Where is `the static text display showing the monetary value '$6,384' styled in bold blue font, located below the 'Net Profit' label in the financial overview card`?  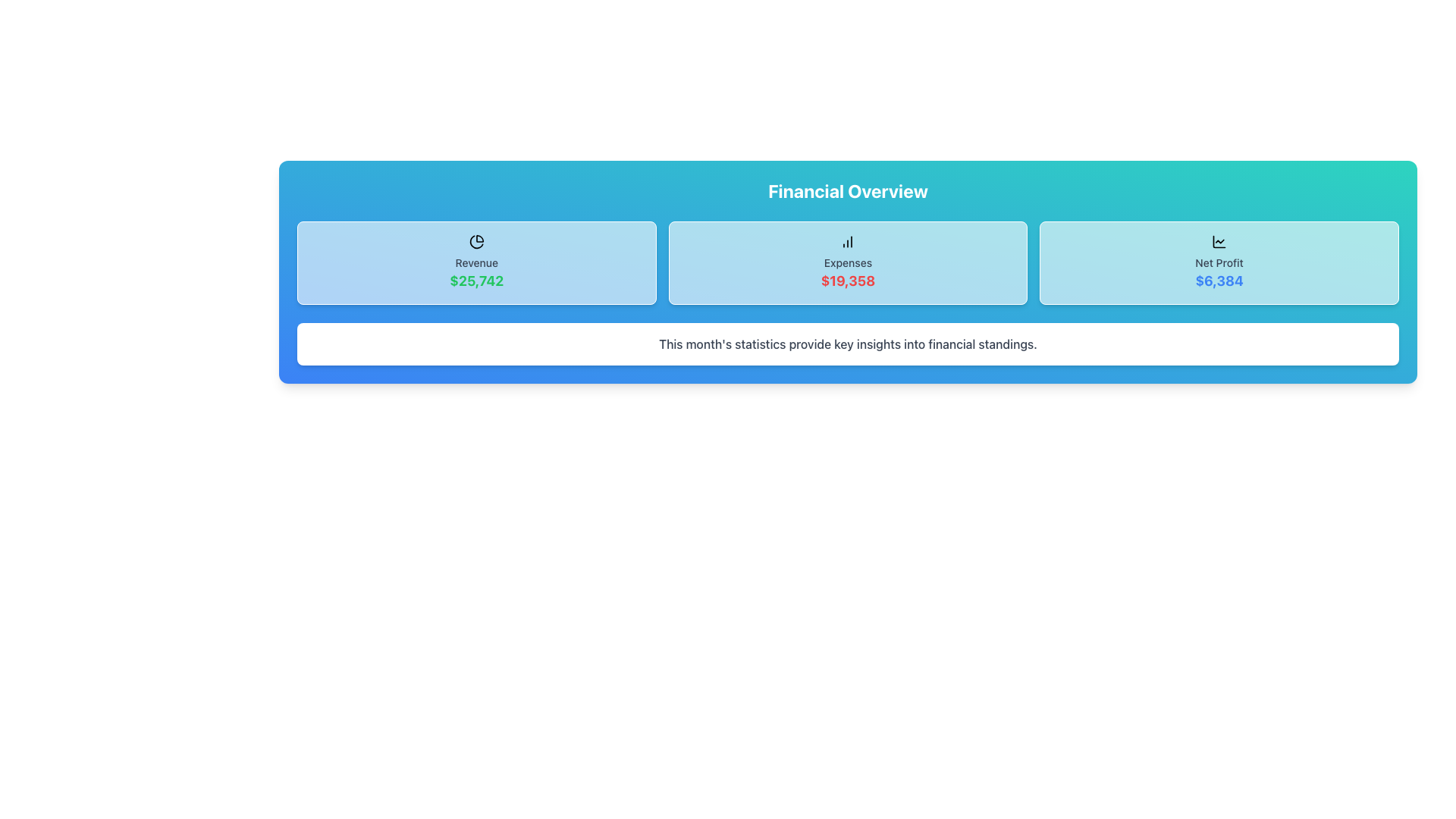 the static text display showing the monetary value '$6,384' styled in bold blue font, located below the 'Net Profit' label in the financial overview card is located at coordinates (1219, 281).